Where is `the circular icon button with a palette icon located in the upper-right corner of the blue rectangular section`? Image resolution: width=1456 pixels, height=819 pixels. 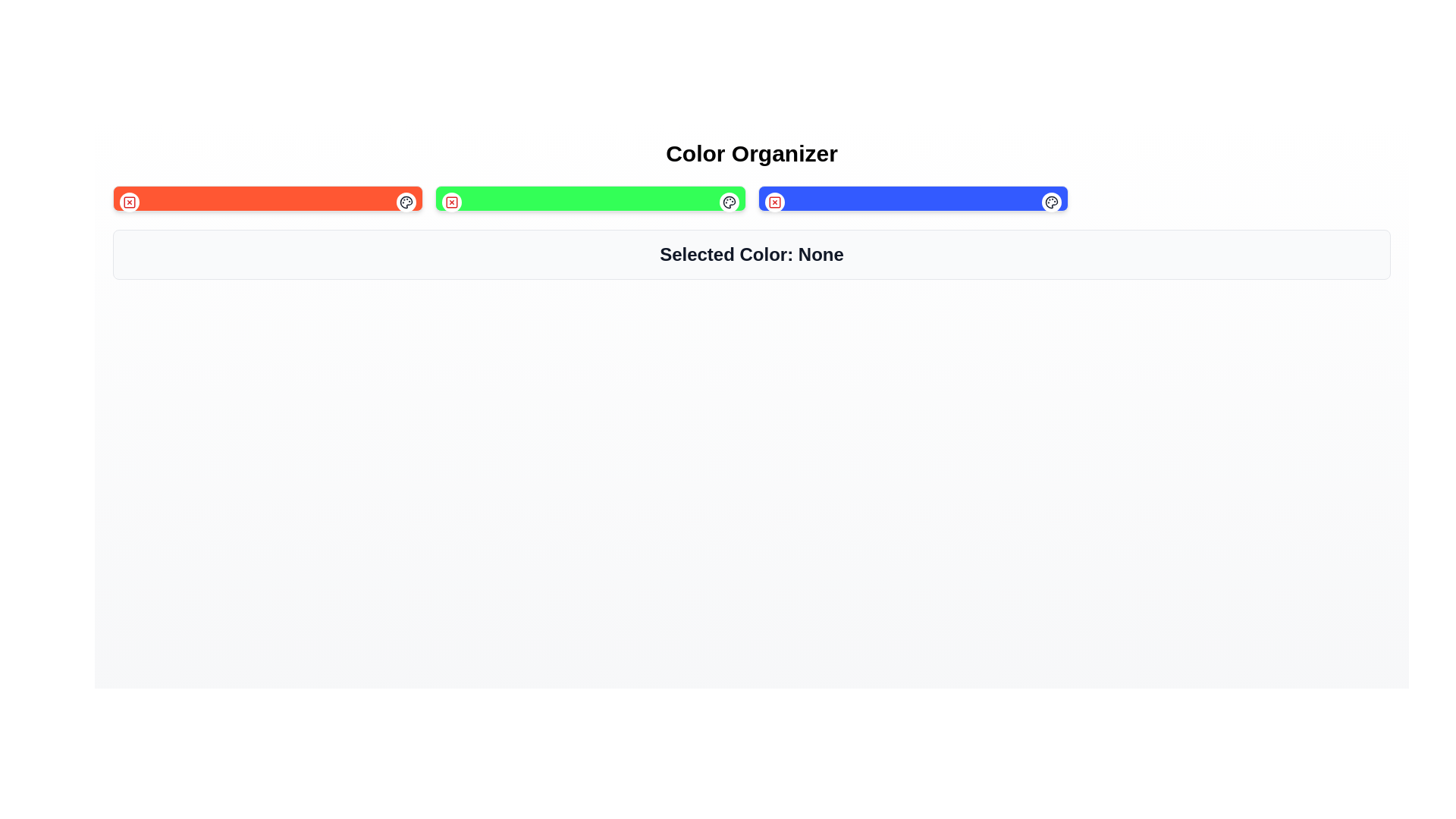 the circular icon button with a palette icon located in the upper-right corner of the blue rectangular section is located at coordinates (1050, 201).